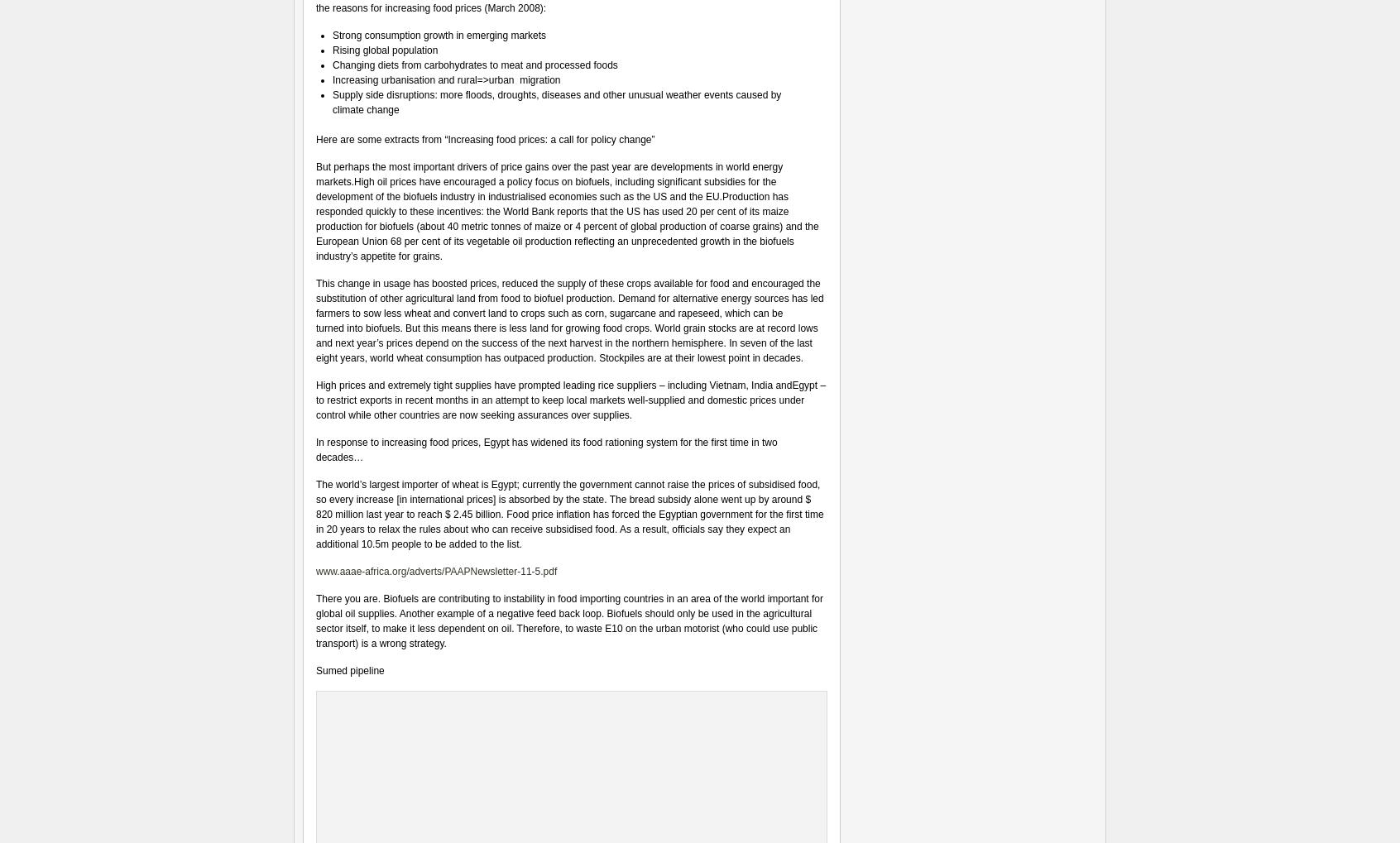  I want to click on 'But perhaps the most important drivers of price gains over the past year are developments in world energy markets.High oil prices have encouraged a policy focus on biofuels, including significant subsidies for the development of the biofuels industry in industrialised economies such as the US and the EU.Production has responded quickly to these incentives: the World Bank reports that the US has used 20 per cent of its maize production for biofuels (about 40 metric tonnes of maize or 4 percent of global production of coarse grains) and the European Union 68 per cent of its vegetable oil production reflecting an unprecedented growth in the biofuels industry’s appetite for grains.', so click(567, 211).